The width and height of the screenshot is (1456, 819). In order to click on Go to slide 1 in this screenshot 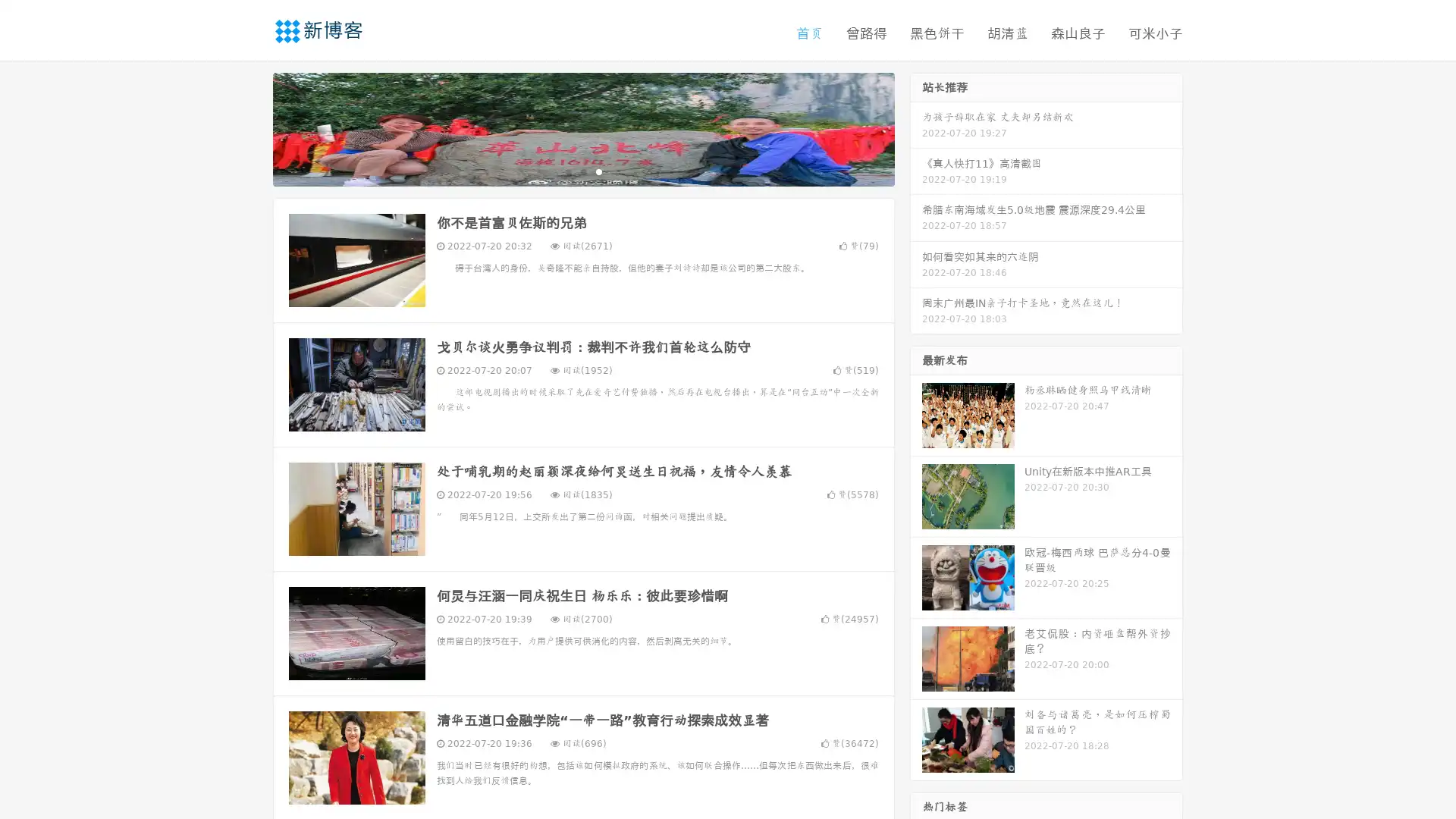, I will do `click(567, 171)`.